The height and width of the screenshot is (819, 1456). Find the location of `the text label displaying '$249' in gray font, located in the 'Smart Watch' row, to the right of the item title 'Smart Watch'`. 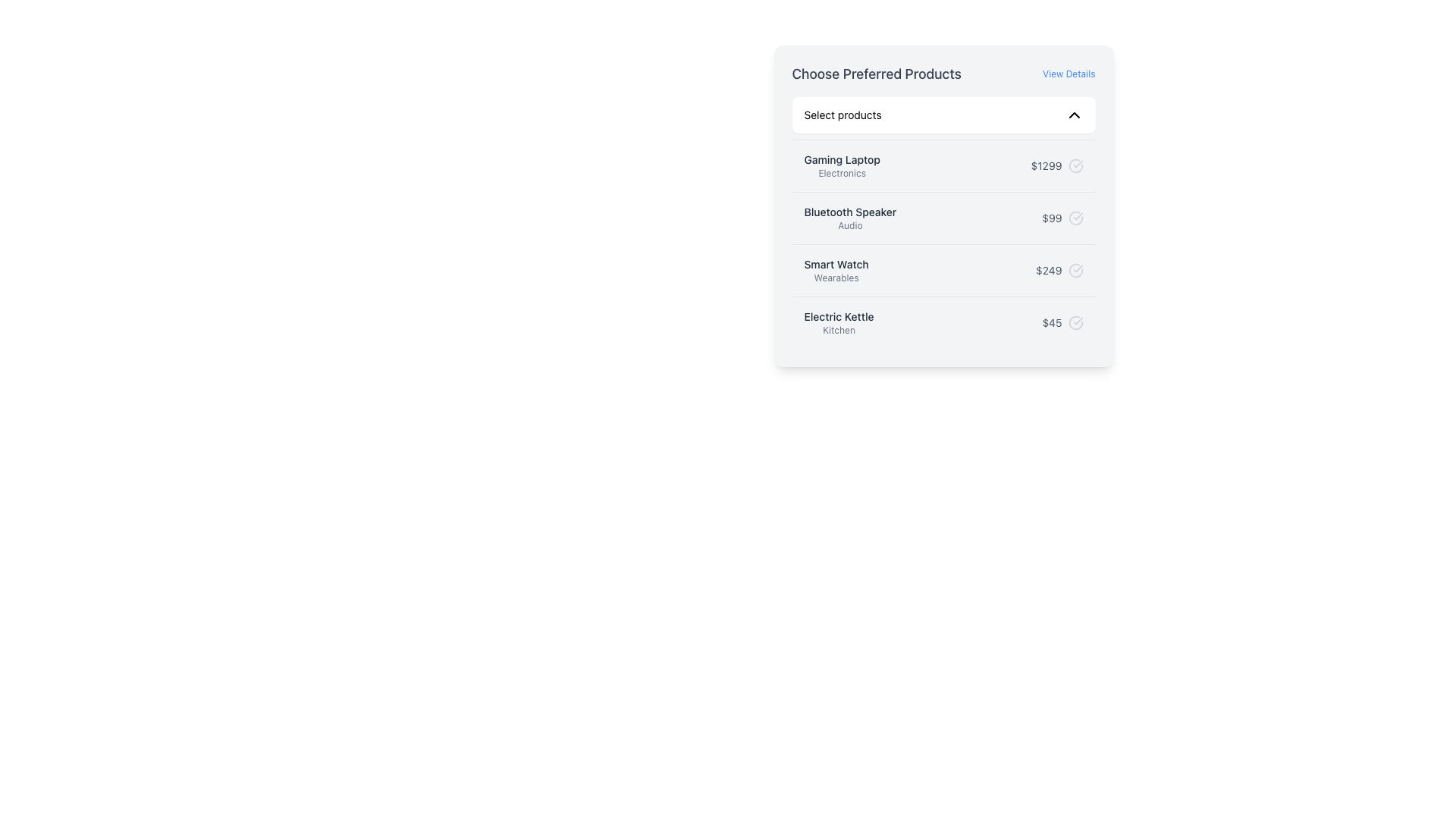

the text label displaying '$249' in gray font, located in the 'Smart Watch' row, to the right of the item title 'Smart Watch' is located at coordinates (1048, 270).